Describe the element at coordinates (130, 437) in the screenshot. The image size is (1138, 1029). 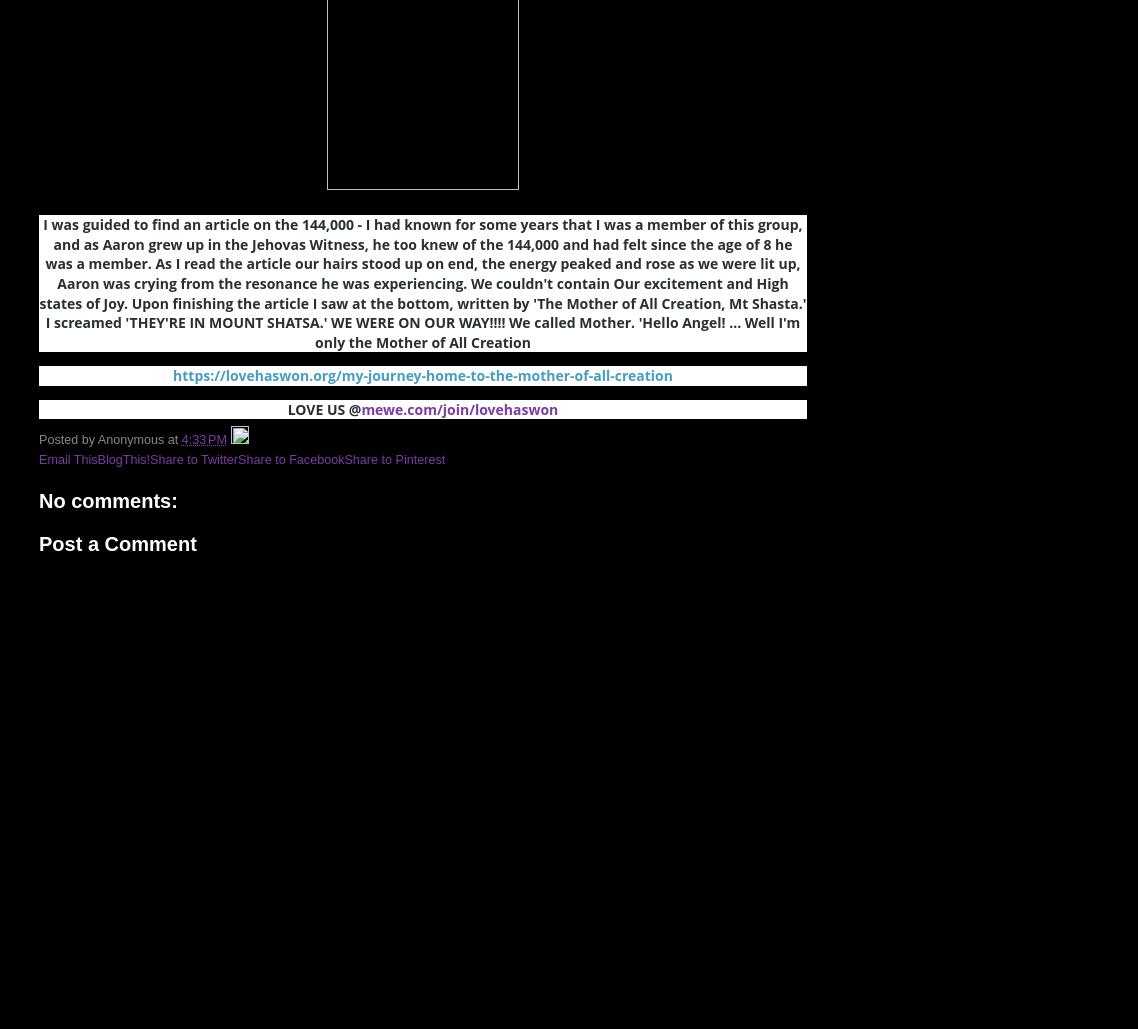
I see `'Anonymous'` at that location.